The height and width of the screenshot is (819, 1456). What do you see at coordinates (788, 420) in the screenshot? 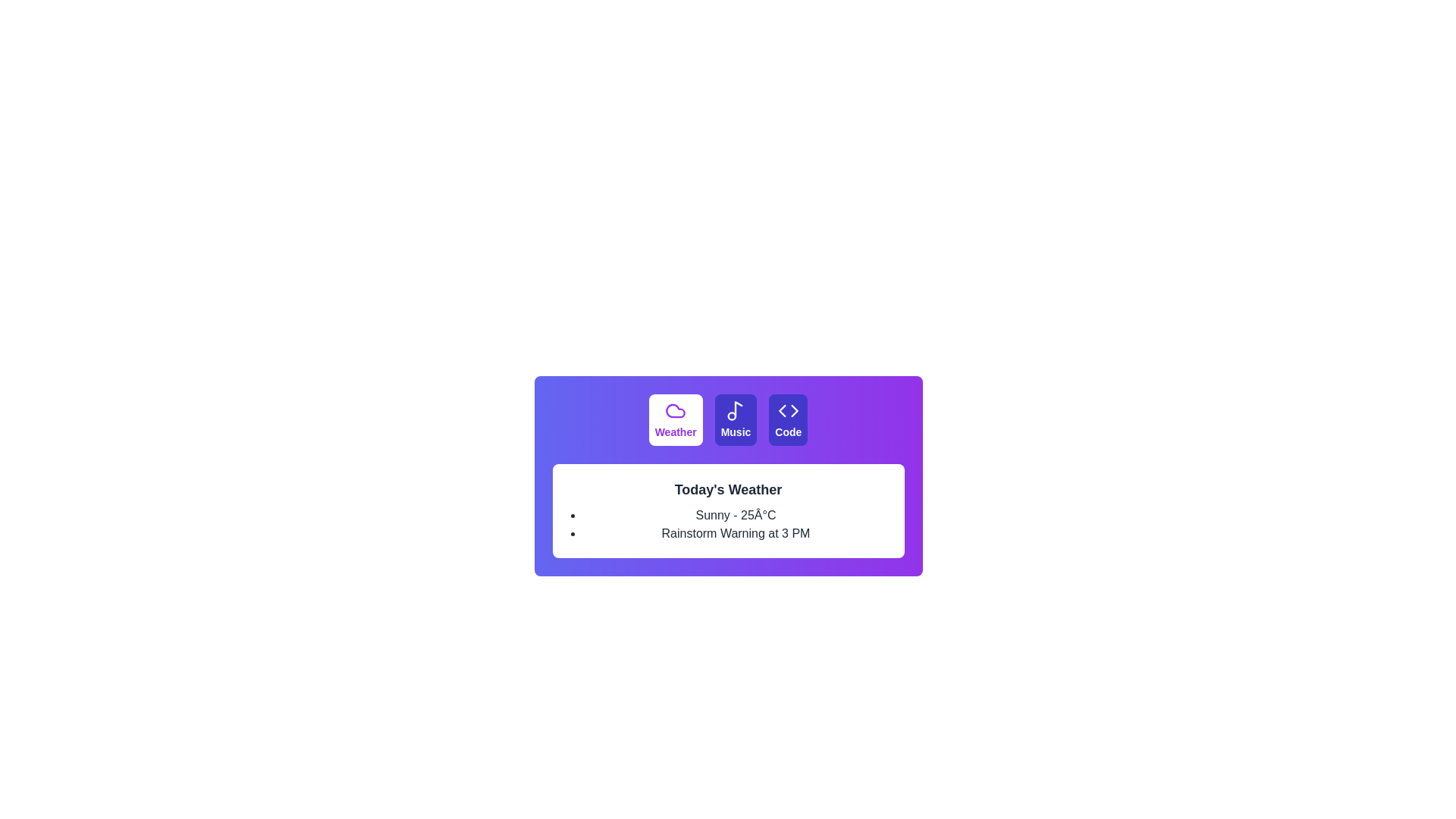
I see `the purple button labeled 'Code' with a coding icon above it to trigger the styling effect` at bounding box center [788, 420].